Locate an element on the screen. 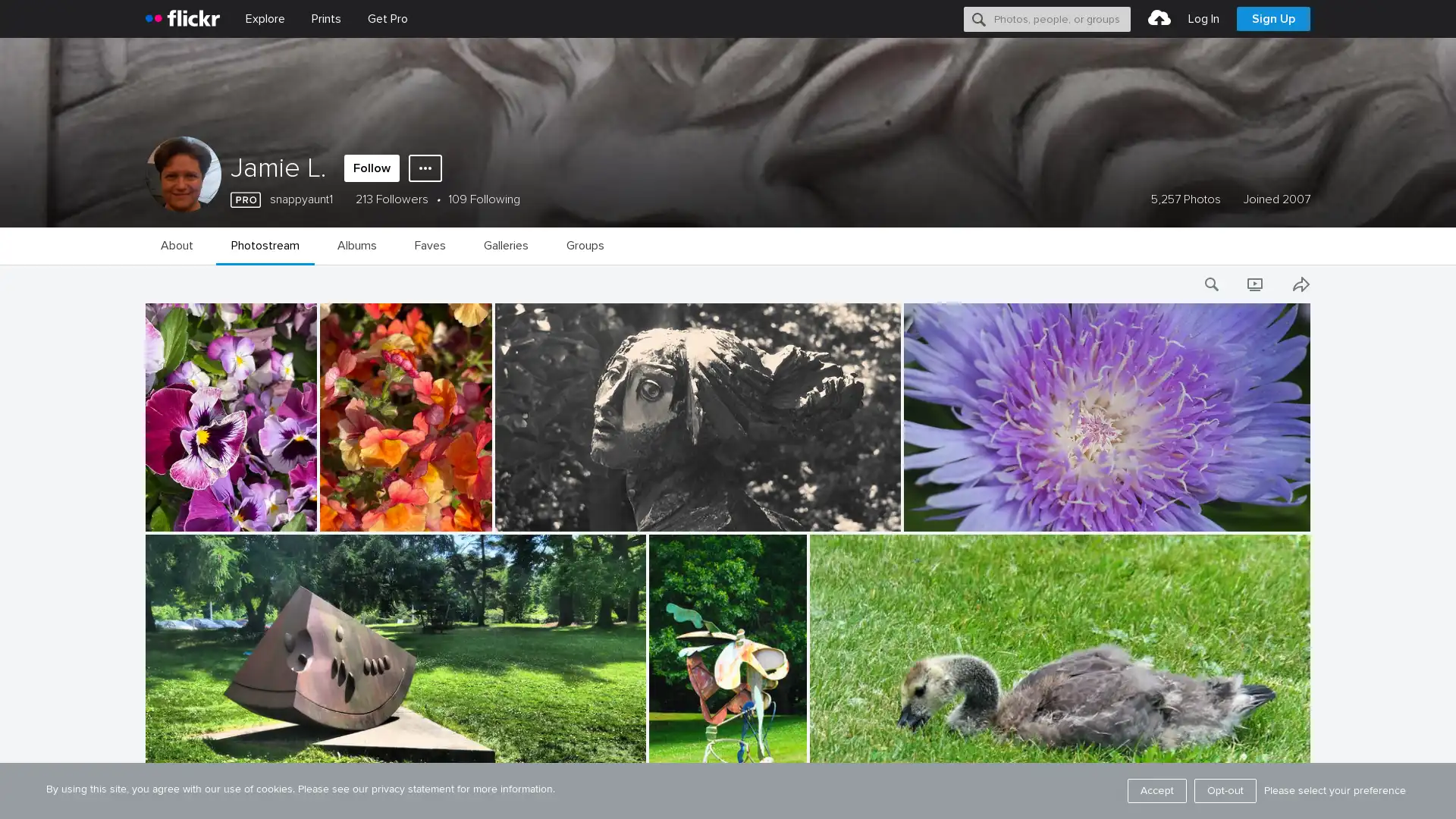 The height and width of the screenshot is (819, 1456). Add to Favorites is located at coordinates (280, 517).